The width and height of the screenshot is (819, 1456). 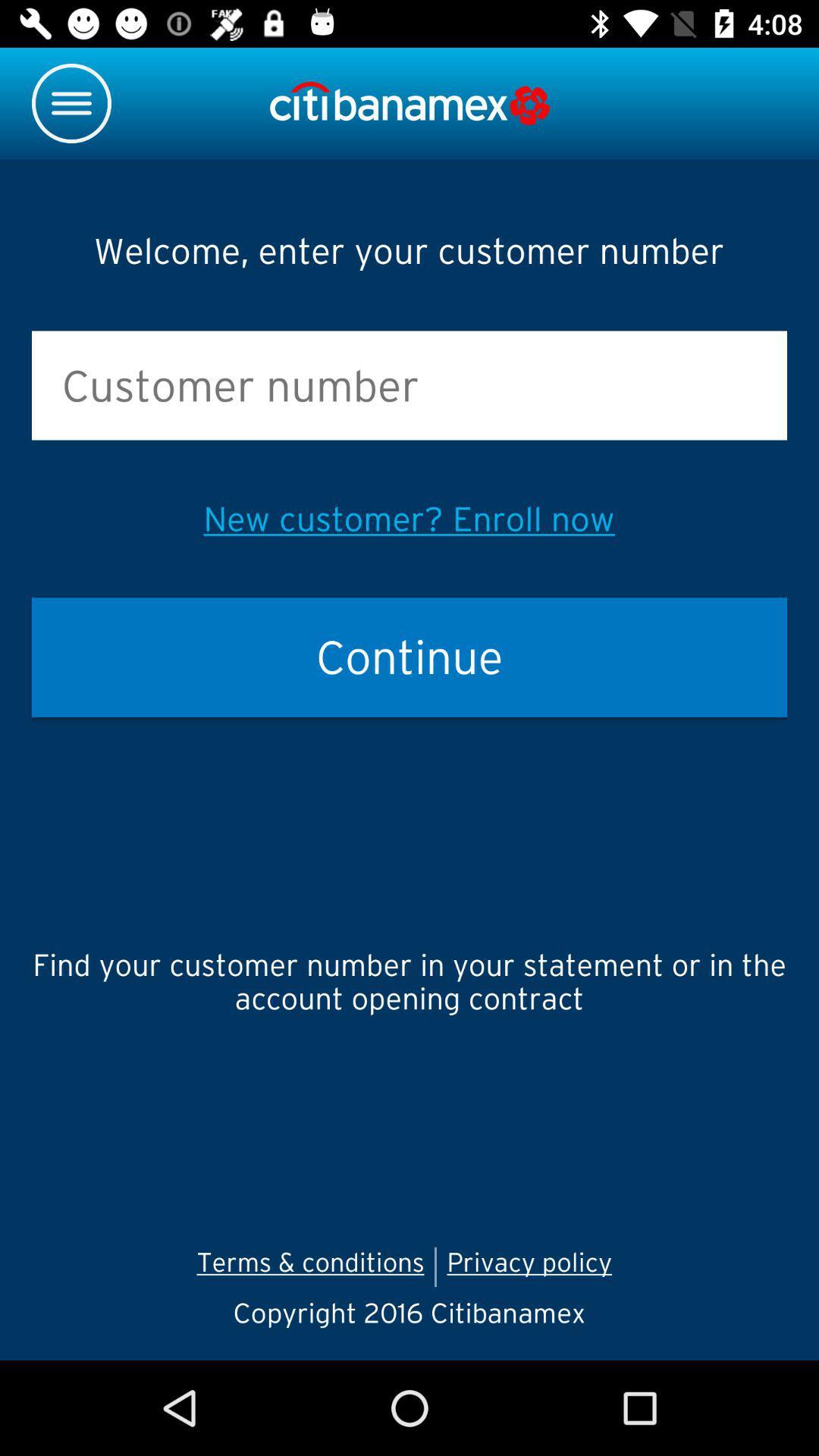 What do you see at coordinates (534, 1266) in the screenshot?
I see `icon below find your customer icon` at bounding box center [534, 1266].